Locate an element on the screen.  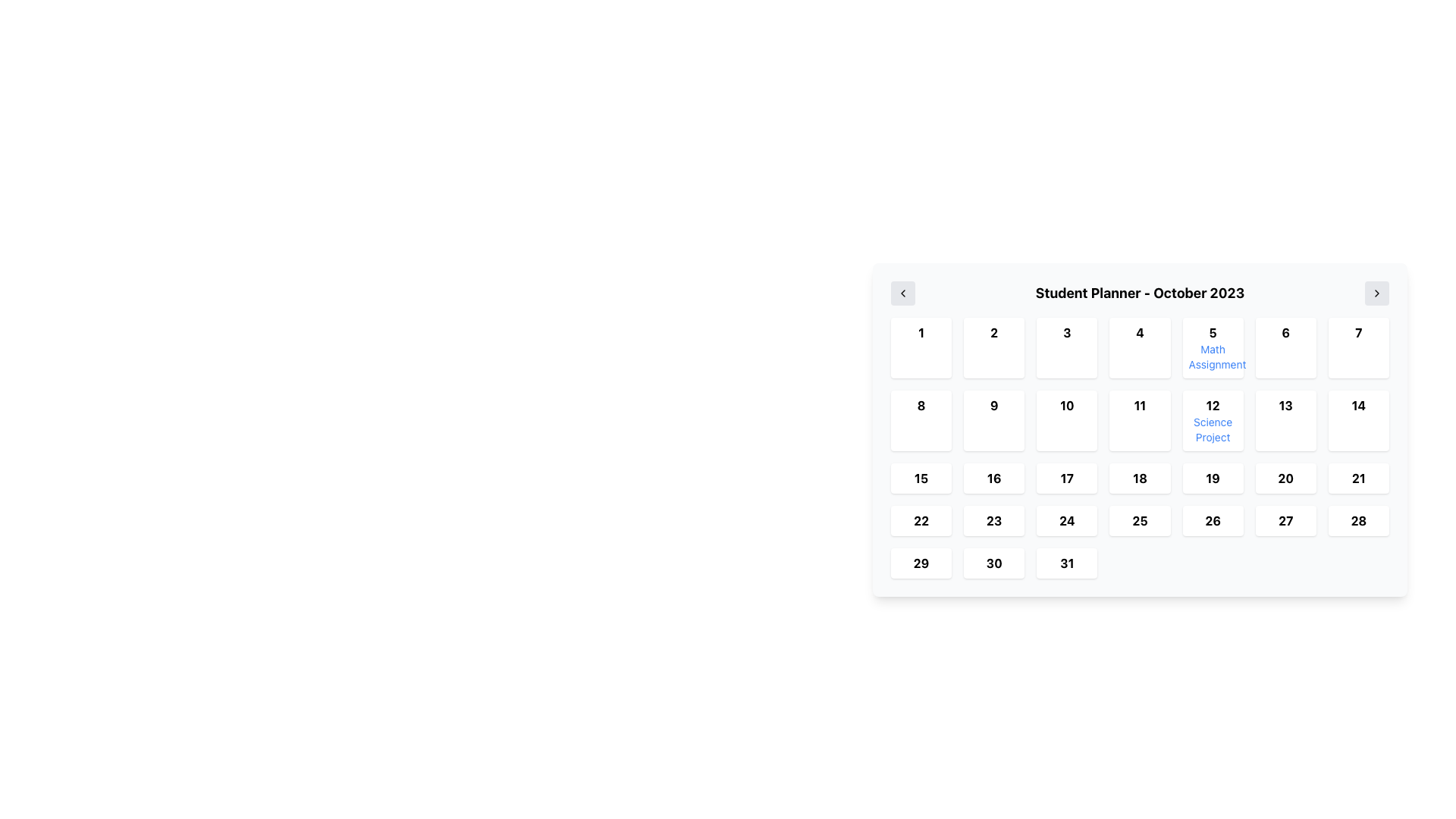
the date '14' in the calendar interface is located at coordinates (1358, 405).